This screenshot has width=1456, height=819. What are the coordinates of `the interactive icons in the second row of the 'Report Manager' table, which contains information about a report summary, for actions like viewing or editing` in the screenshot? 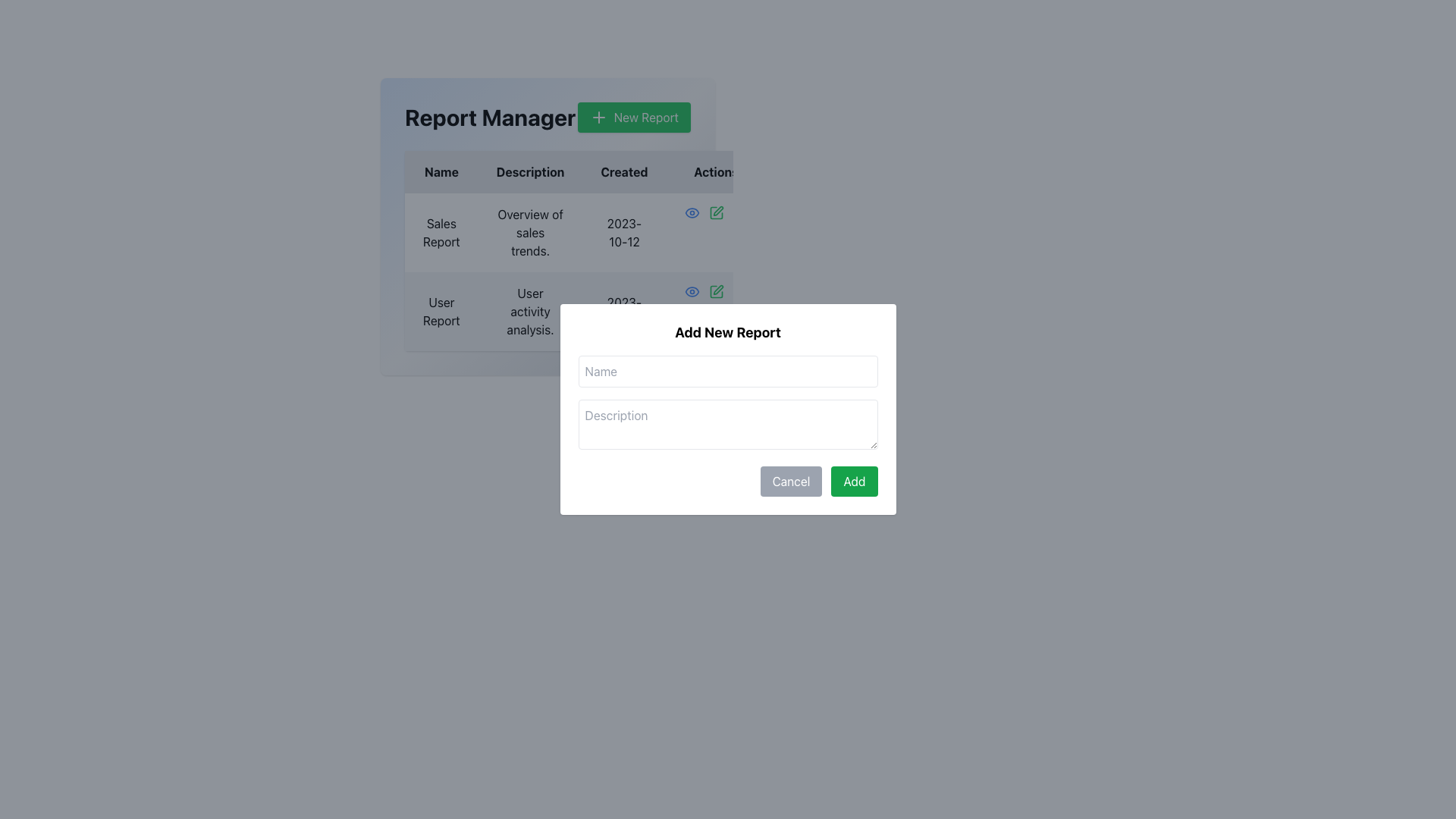 It's located at (585, 271).